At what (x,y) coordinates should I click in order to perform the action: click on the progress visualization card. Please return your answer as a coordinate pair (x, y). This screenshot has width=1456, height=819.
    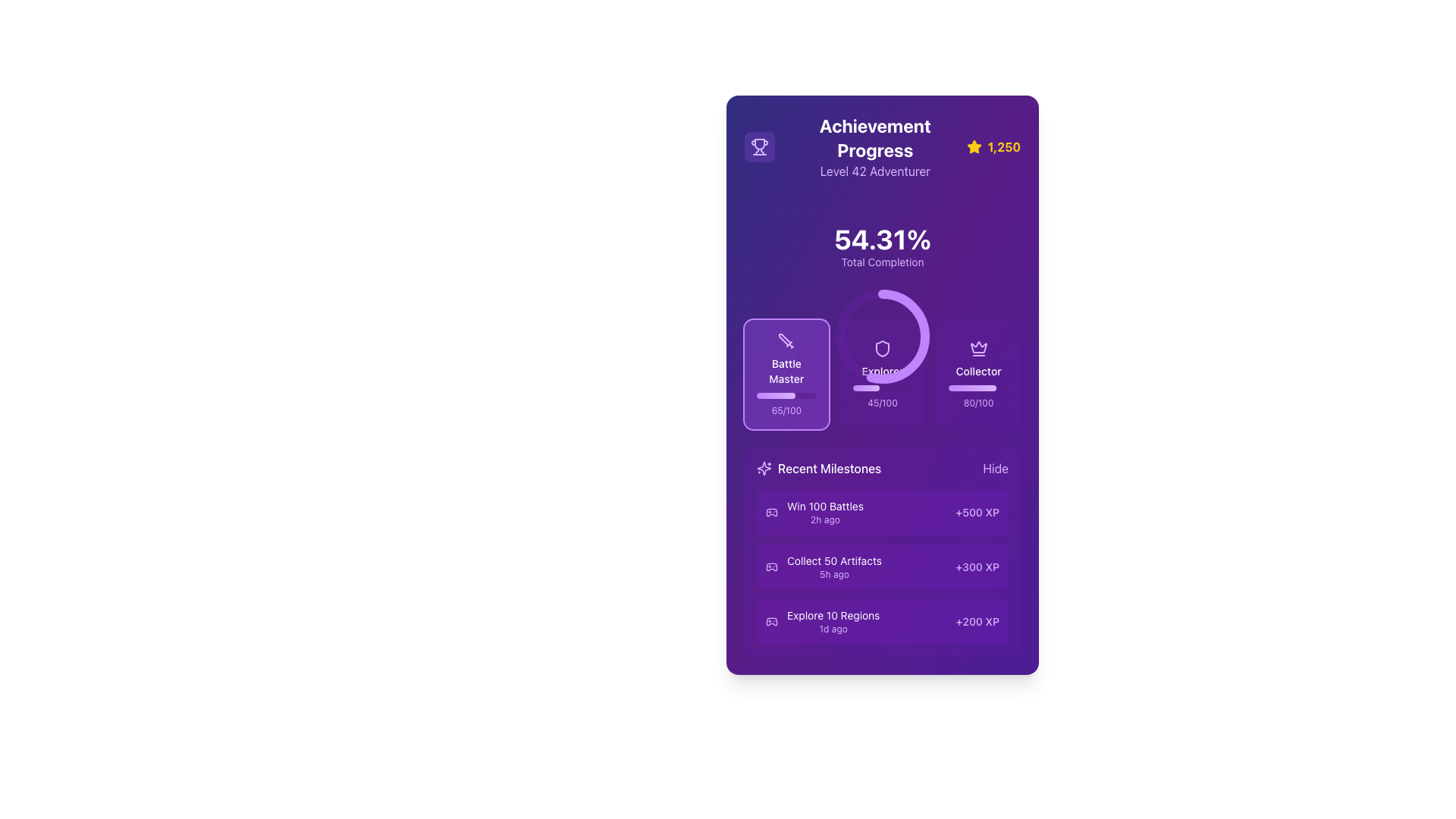
    Looking at the image, I should click on (882, 374).